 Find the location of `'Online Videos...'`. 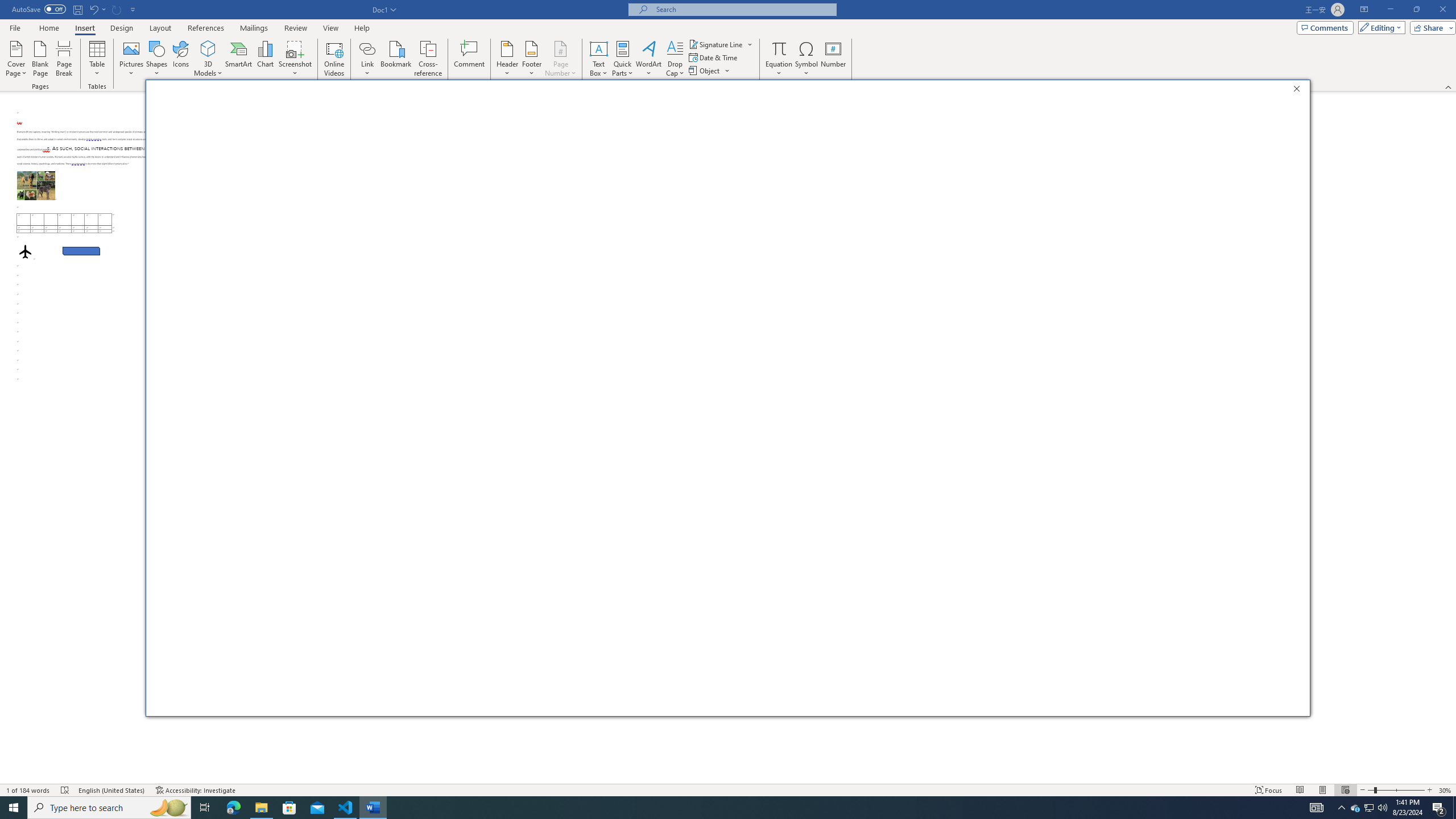

'Online Videos...' is located at coordinates (334, 59).